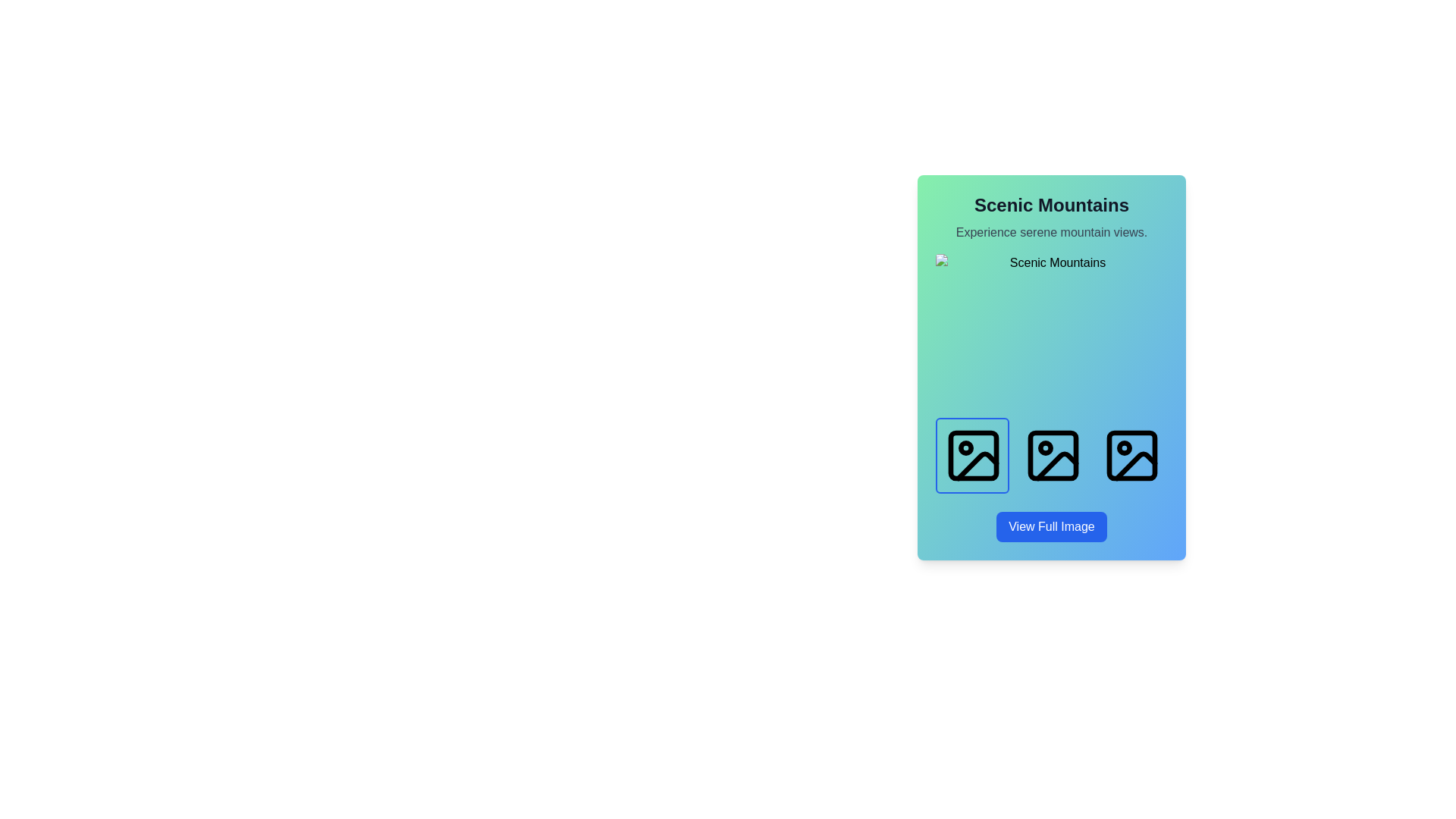 This screenshot has height=819, width=1456. I want to click on the 'Scenic Mountains' text block header, which features a large, bold font in dark gray, and the subheading 'Experience serene mountain views.' in smaller, subdued gray font, positioned at the top center of its card-like UI component, so click(1051, 217).